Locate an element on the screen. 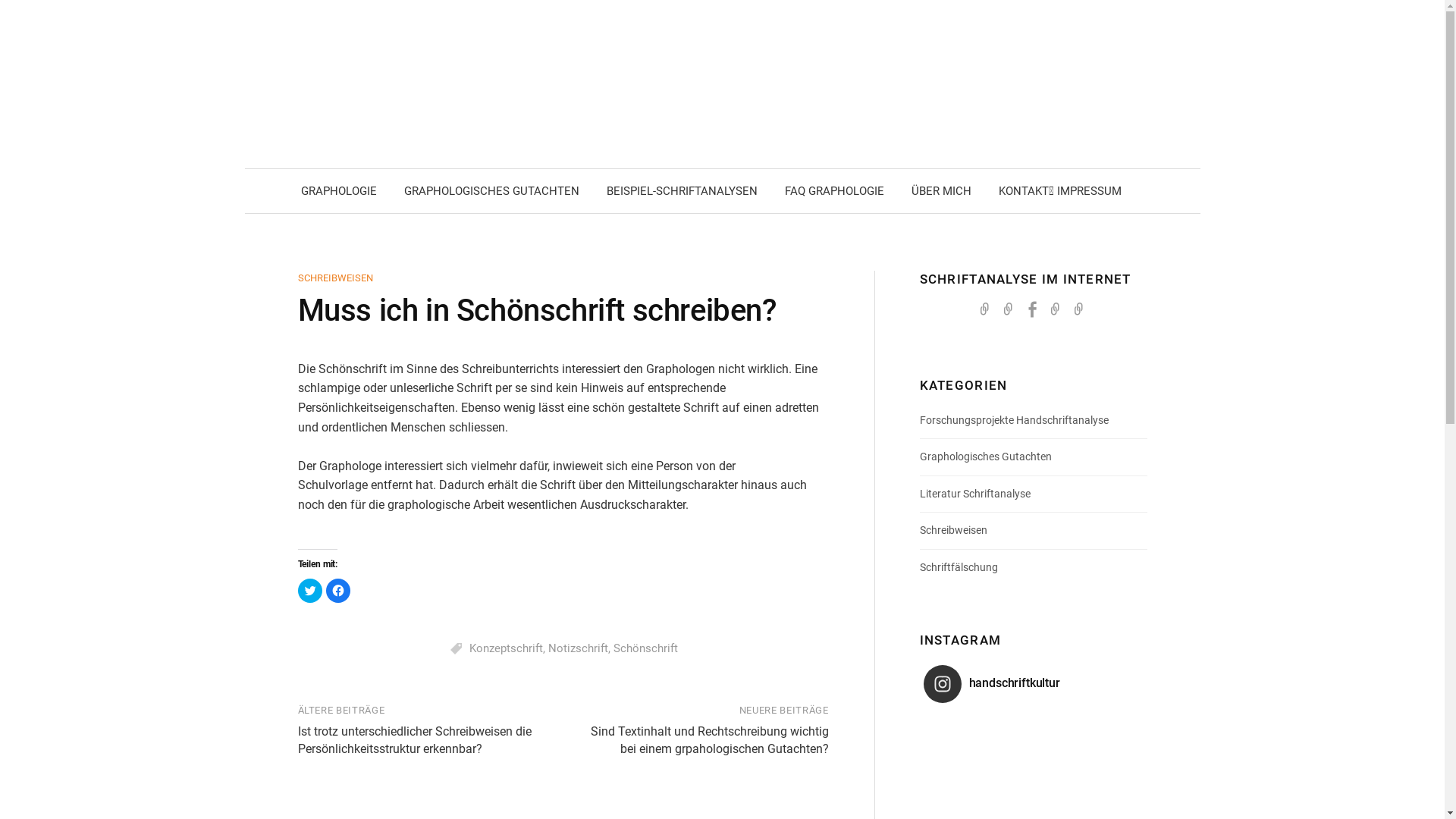  'Literatur Schriftanalyse' is located at coordinates (975, 494).